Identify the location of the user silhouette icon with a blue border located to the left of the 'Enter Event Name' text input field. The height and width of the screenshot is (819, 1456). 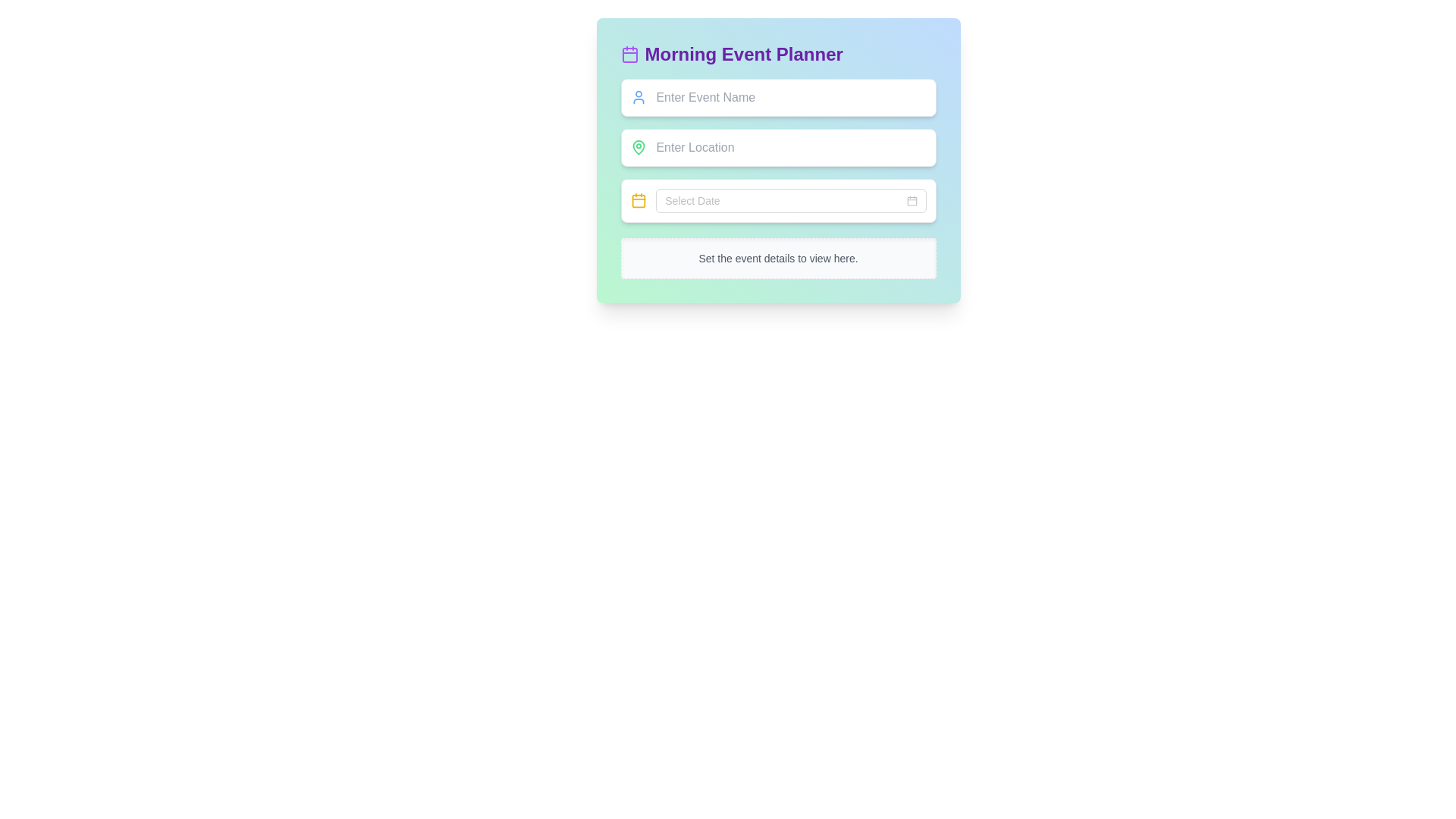
(639, 97).